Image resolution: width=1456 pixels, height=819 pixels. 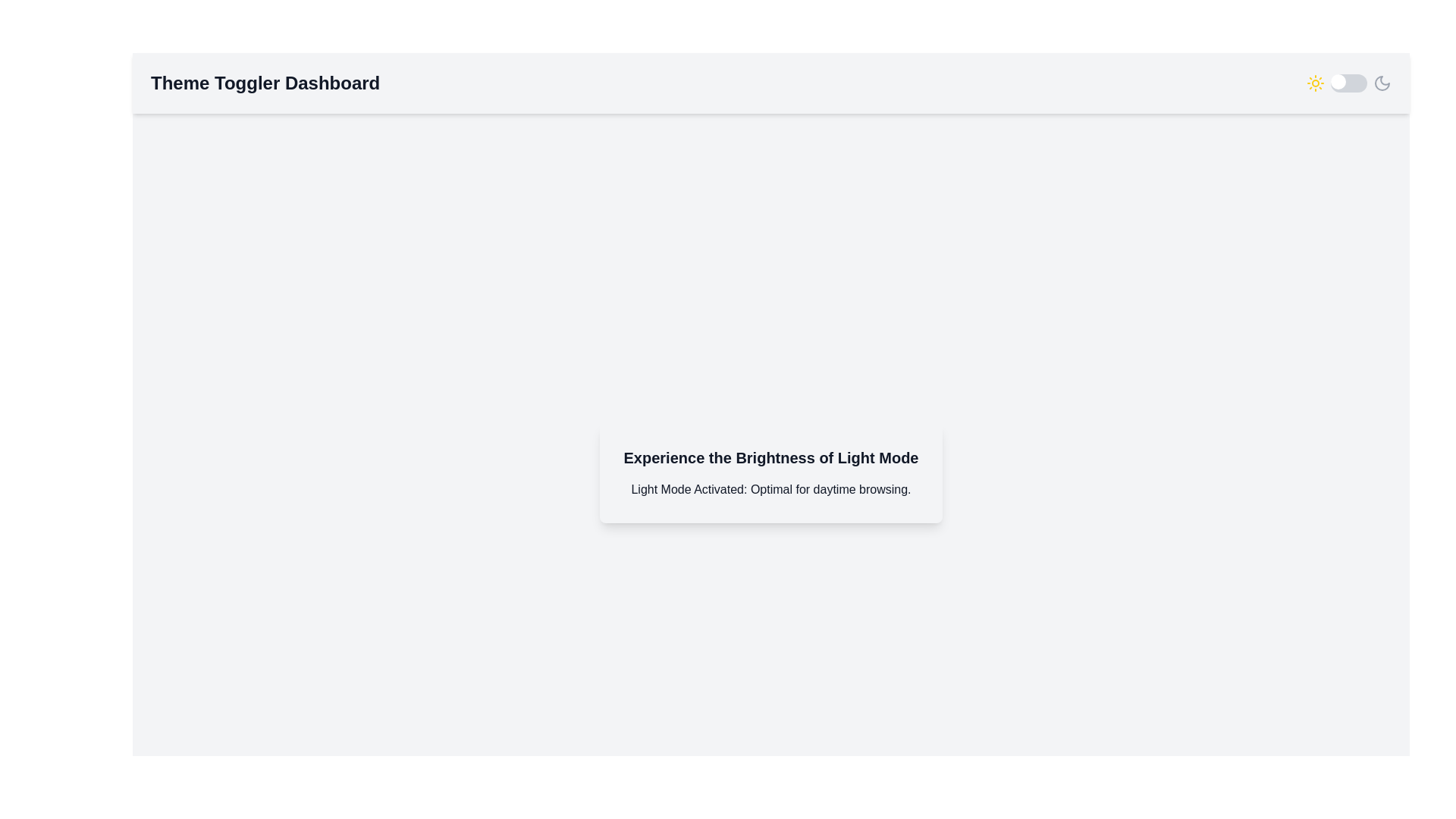 What do you see at coordinates (1382, 83) in the screenshot?
I see `the gray crescent moon icon, which is part of an SVG component located in the top-right corner of the interface, adjacent to a toggle switch and a sun icon` at bounding box center [1382, 83].